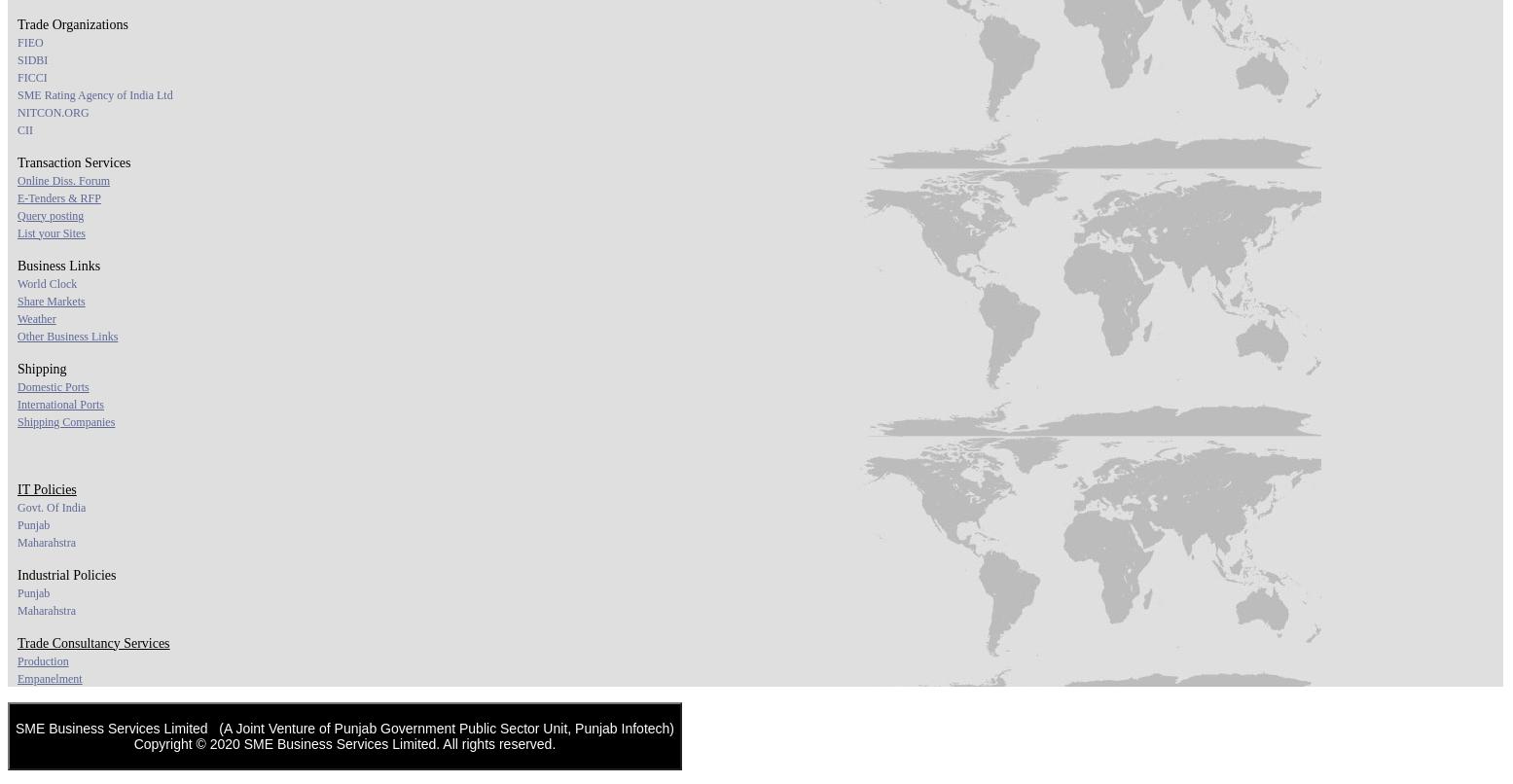  I want to click on 'NITCON.ORG', so click(18, 111).